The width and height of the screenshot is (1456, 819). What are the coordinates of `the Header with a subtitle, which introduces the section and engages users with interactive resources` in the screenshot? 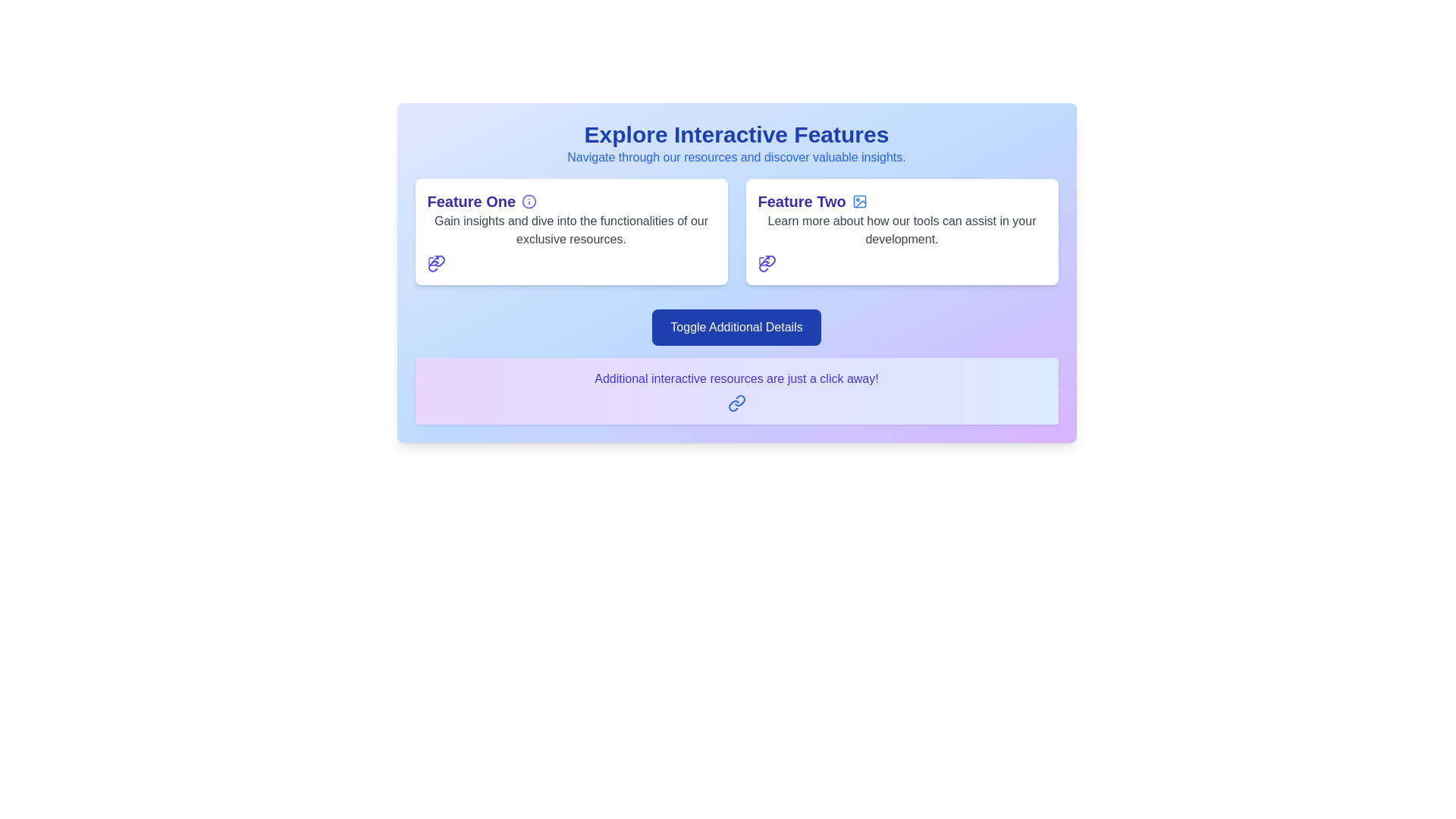 It's located at (736, 143).